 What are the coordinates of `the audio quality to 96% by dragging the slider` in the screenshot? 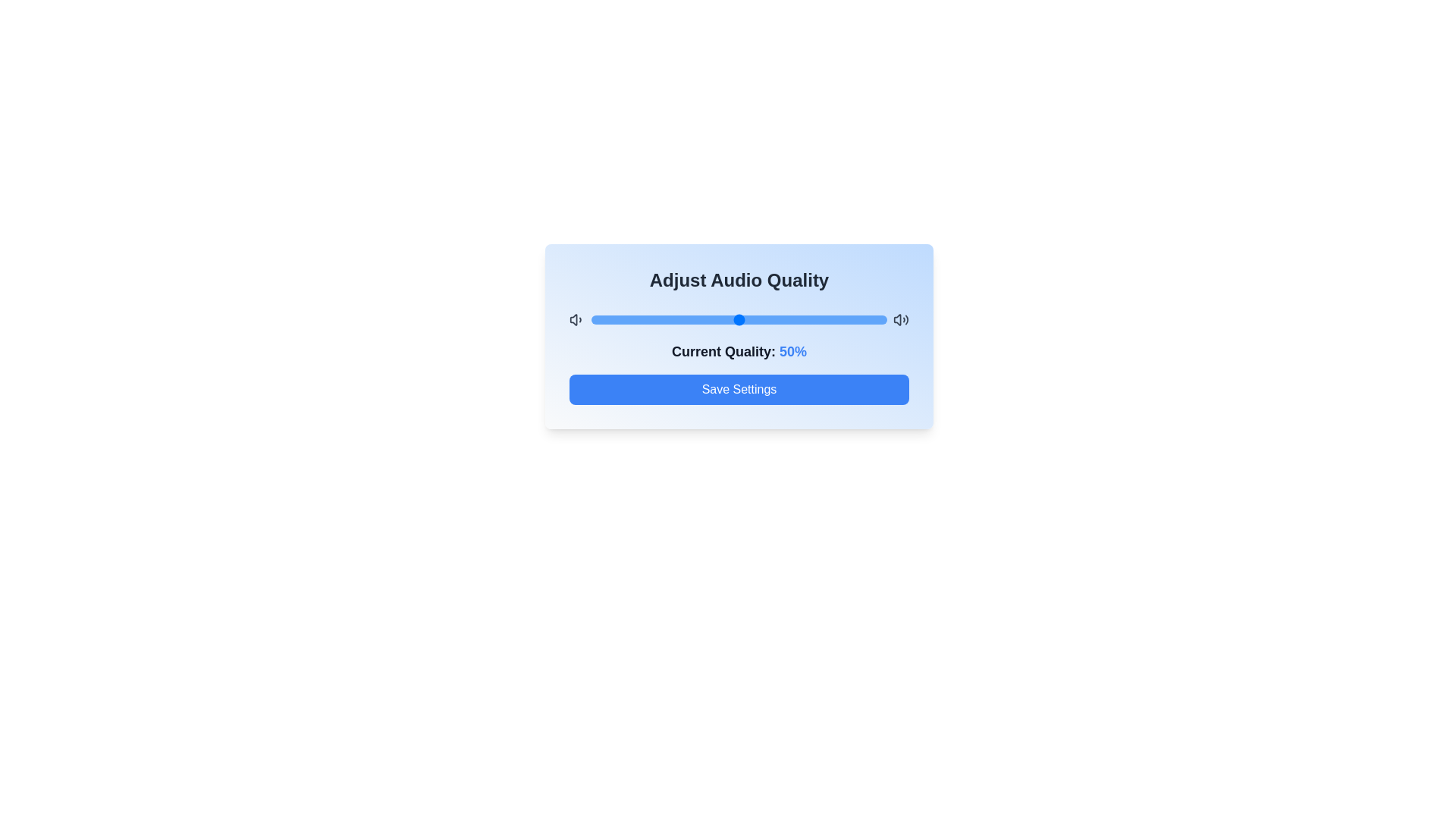 It's located at (875, 318).